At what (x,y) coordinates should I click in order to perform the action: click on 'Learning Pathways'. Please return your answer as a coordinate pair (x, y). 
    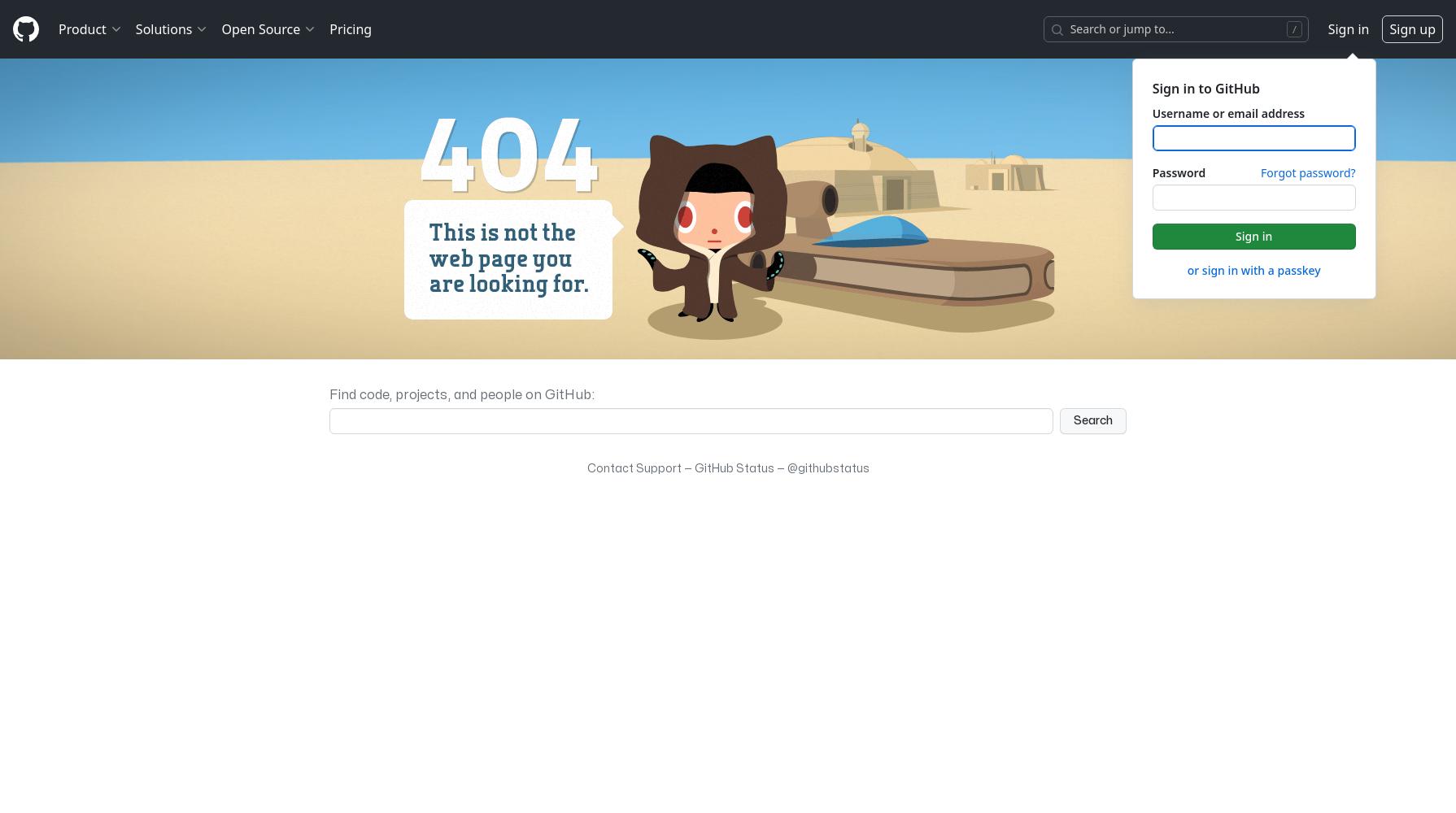
    Looking at the image, I should click on (188, 381).